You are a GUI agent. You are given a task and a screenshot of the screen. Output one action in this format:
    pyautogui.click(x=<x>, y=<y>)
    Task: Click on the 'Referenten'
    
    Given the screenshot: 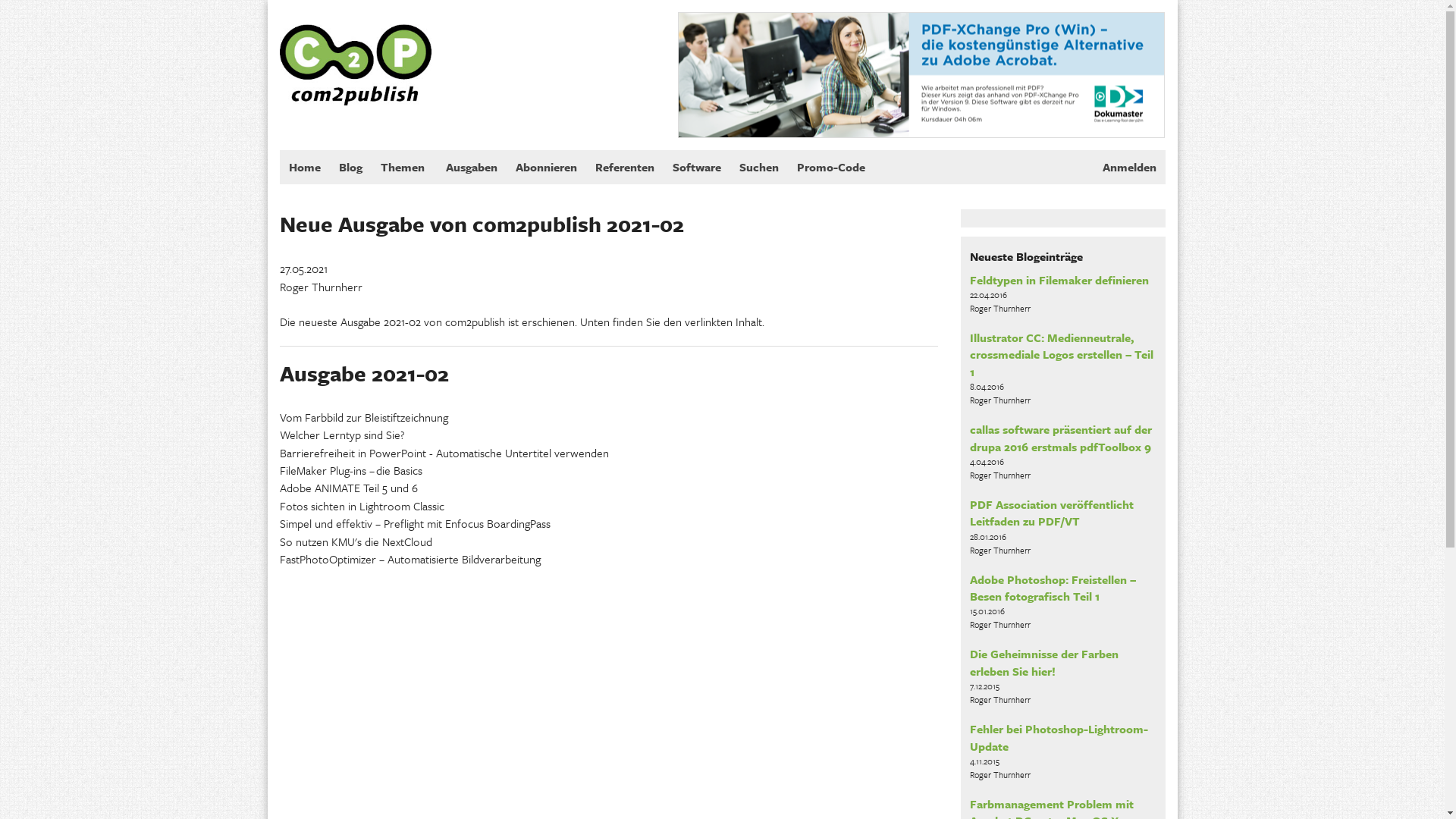 What is the action you would take?
    pyautogui.click(x=623, y=167)
    